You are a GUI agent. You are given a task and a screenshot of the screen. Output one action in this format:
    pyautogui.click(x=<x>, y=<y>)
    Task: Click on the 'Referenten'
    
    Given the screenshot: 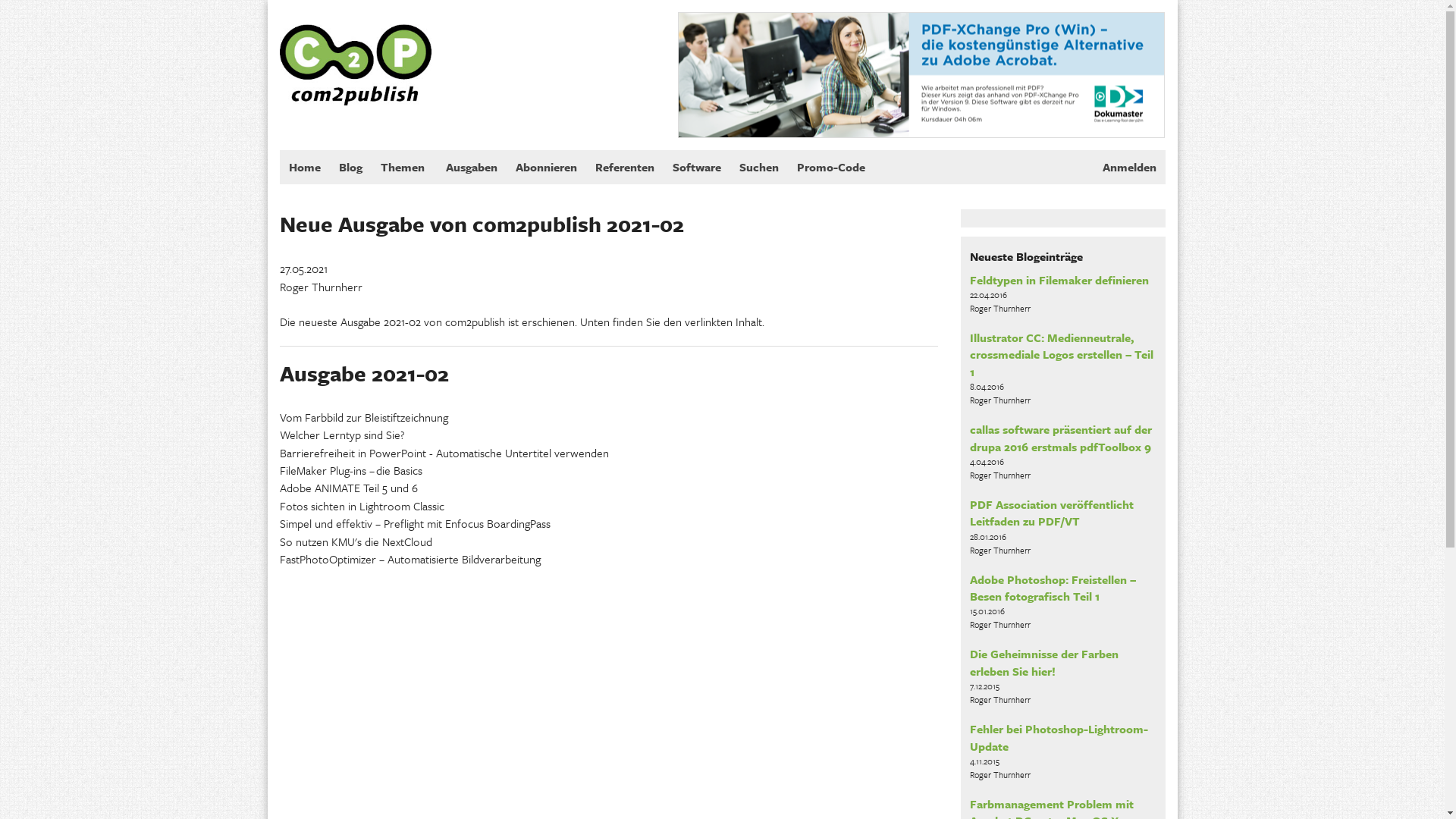 What is the action you would take?
    pyautogui.click(x=623, y=167)
    